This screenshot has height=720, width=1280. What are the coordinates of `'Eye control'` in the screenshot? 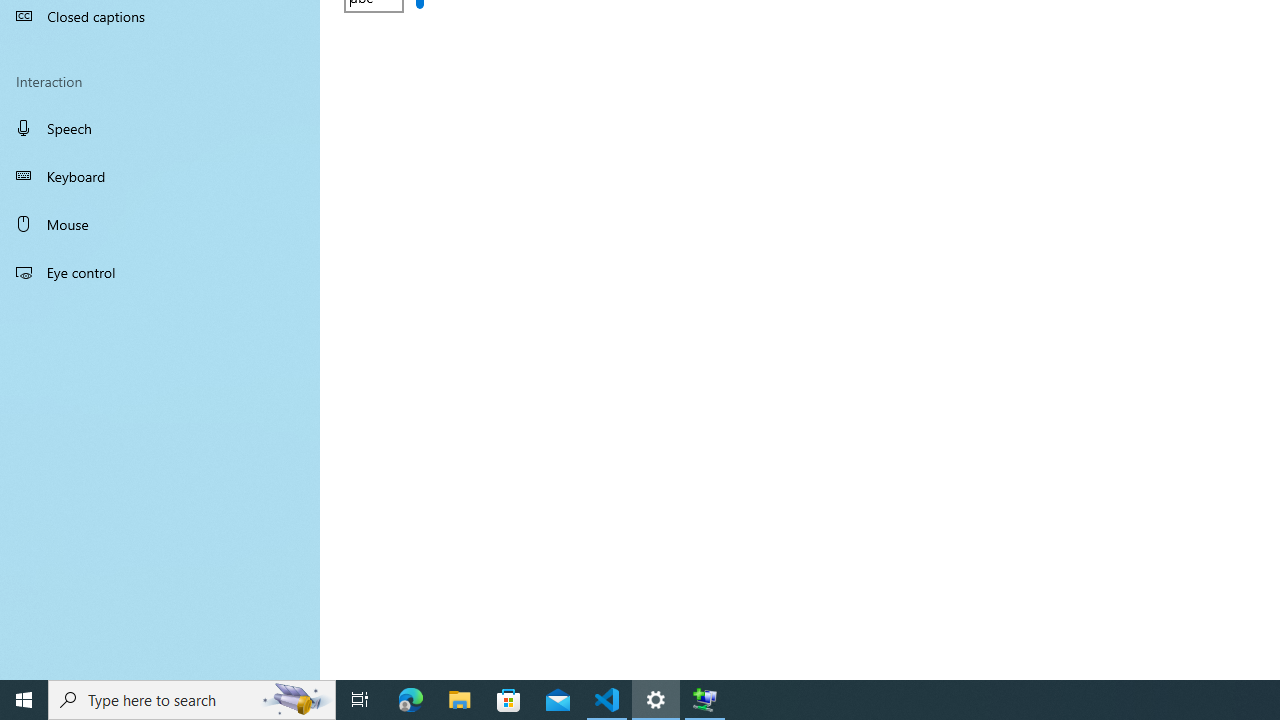 It's located at (160, 271).